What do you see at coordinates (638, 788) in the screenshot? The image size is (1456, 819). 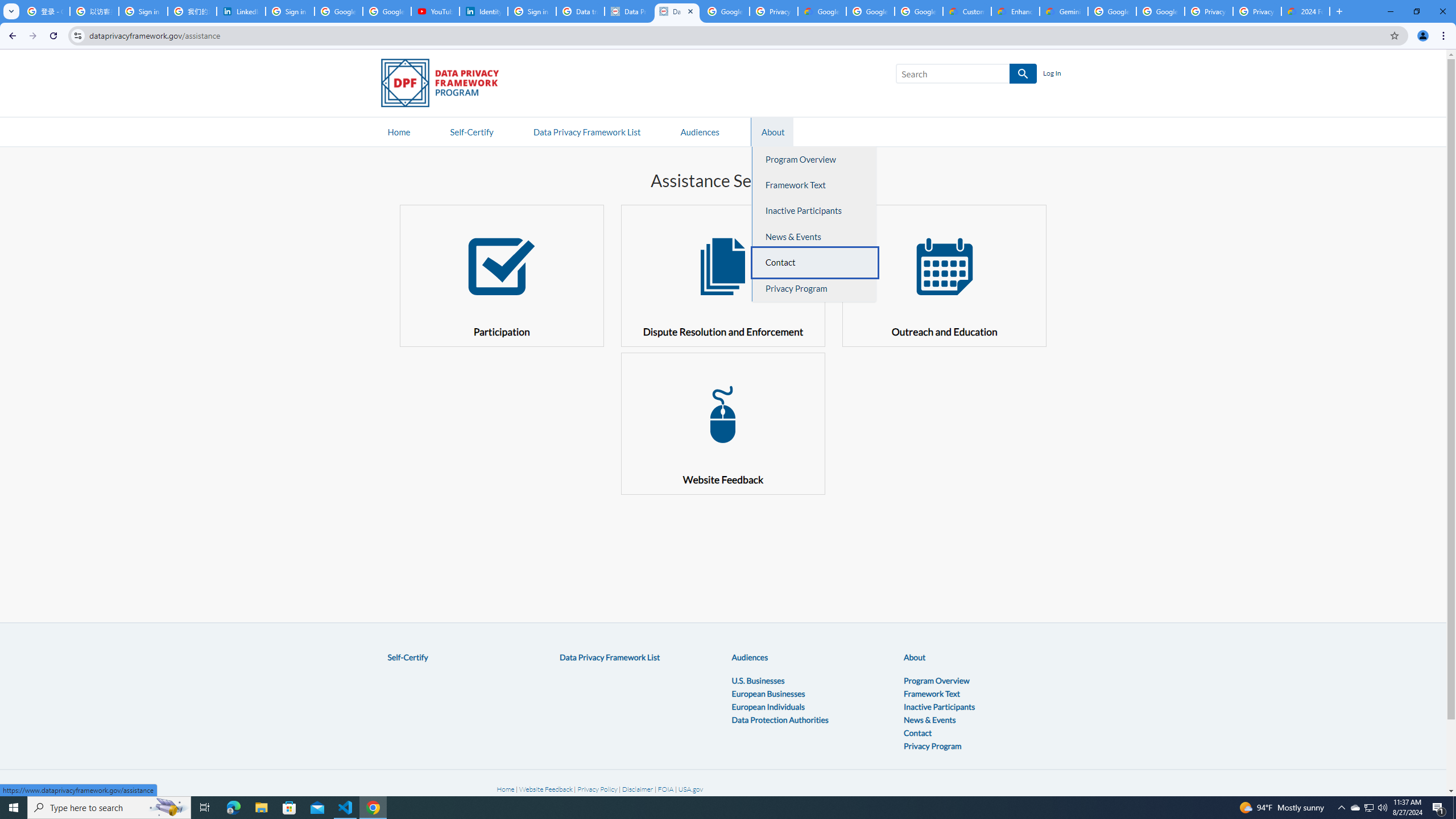 I see `'Disclaimer'` at bounding box center [638, 788].